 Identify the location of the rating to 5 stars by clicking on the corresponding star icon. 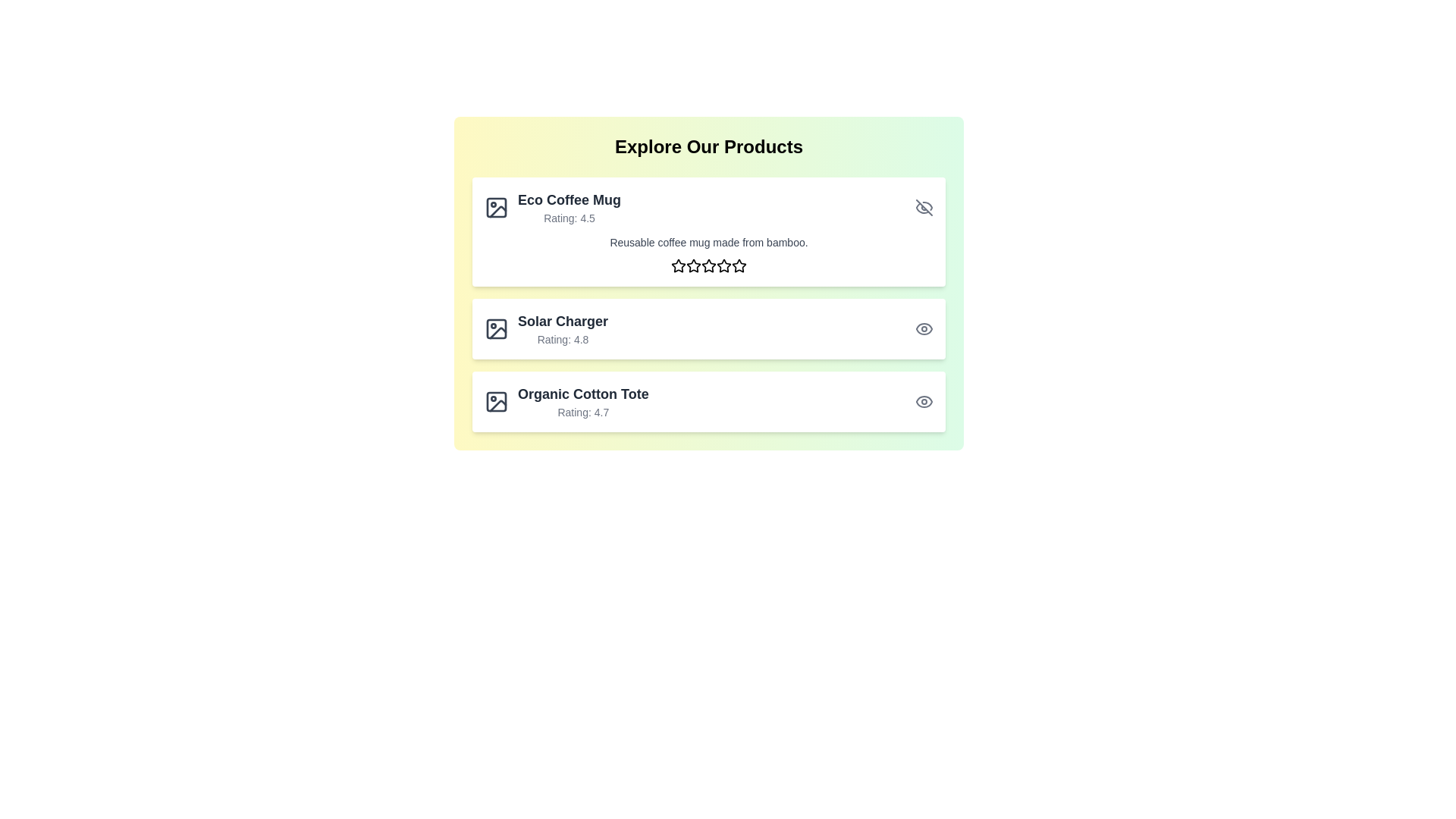
(739, 265).